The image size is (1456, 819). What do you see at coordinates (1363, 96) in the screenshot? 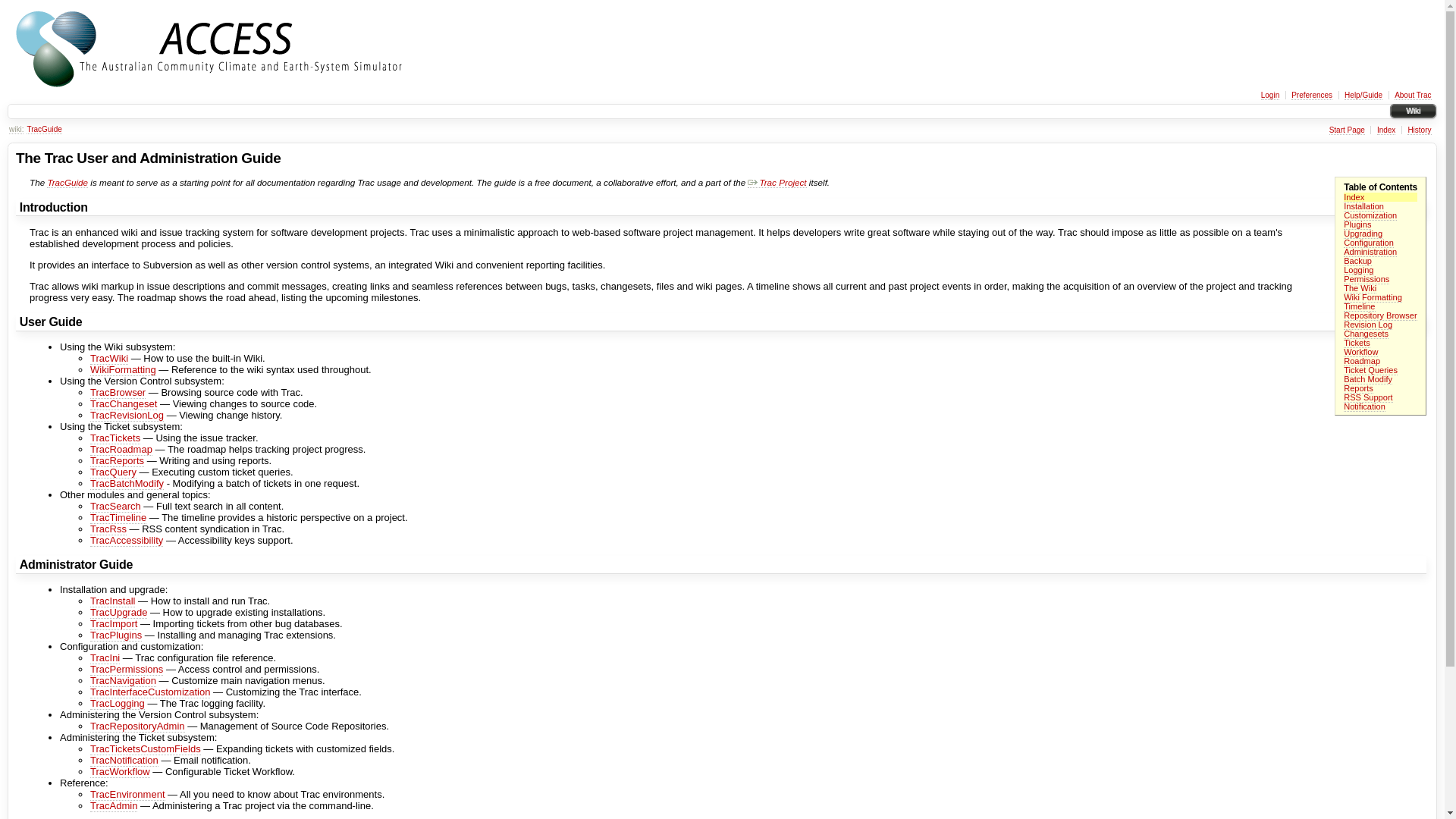
I see `'Help/Guide'` at bounding box center [1363, 96].